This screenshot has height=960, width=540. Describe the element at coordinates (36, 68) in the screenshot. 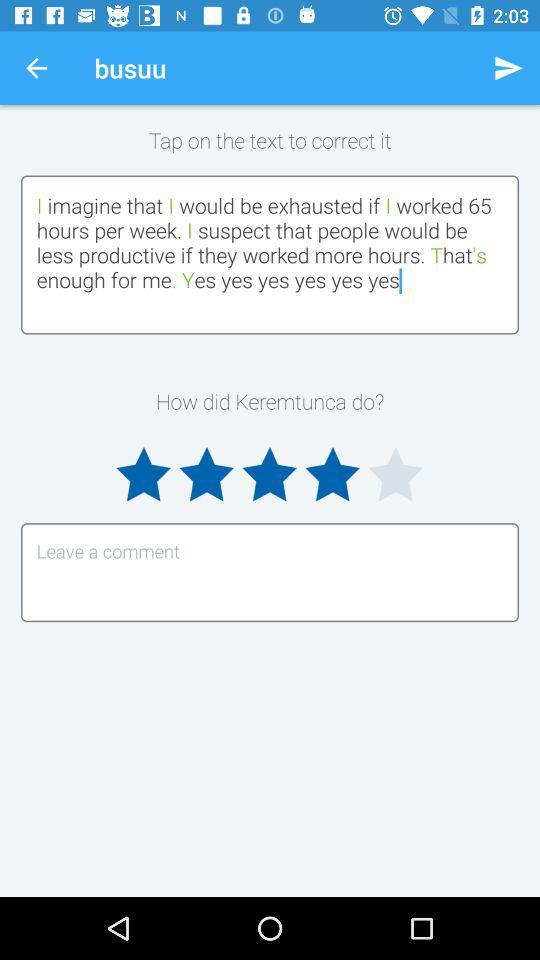

I see `icon to the left of the busuu app` at that location.